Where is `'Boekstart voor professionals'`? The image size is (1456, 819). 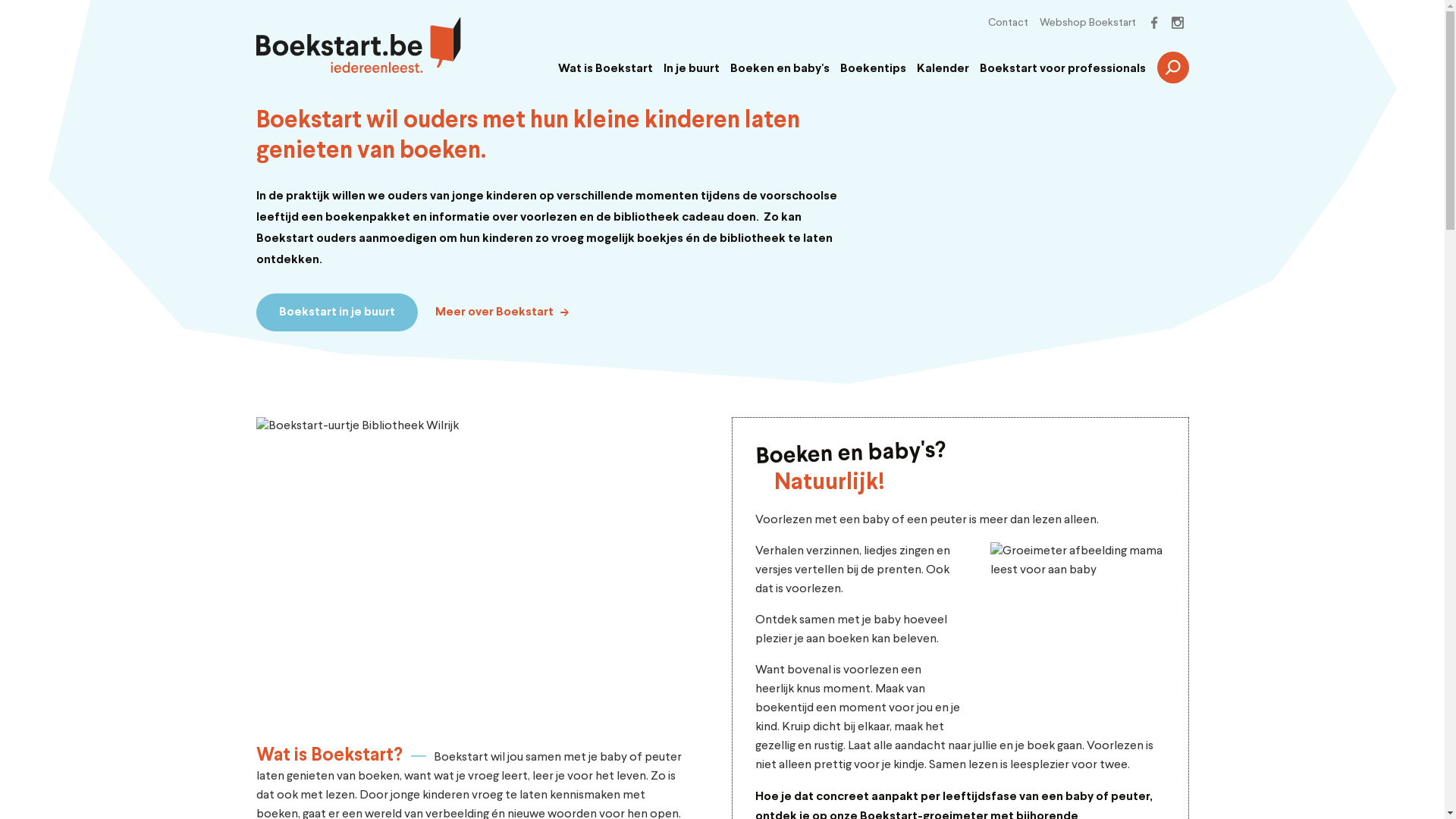
'Boekstart voor professionals' is located at coordinates (1062, 69).